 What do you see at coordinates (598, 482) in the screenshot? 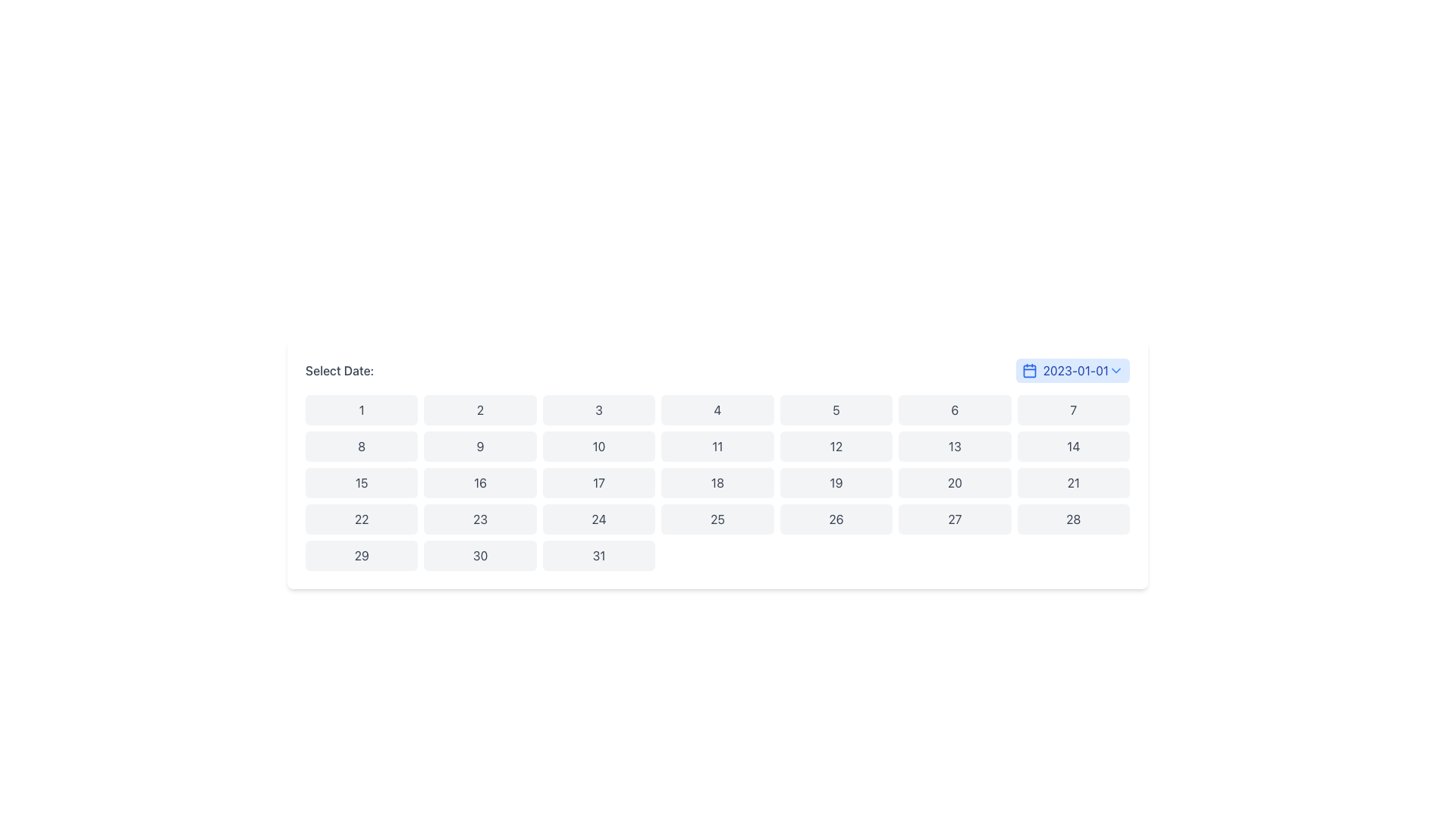
I see `the date selection button representing the date '17' in the calendar interface to change its background color` at bounding box center [598, 482].